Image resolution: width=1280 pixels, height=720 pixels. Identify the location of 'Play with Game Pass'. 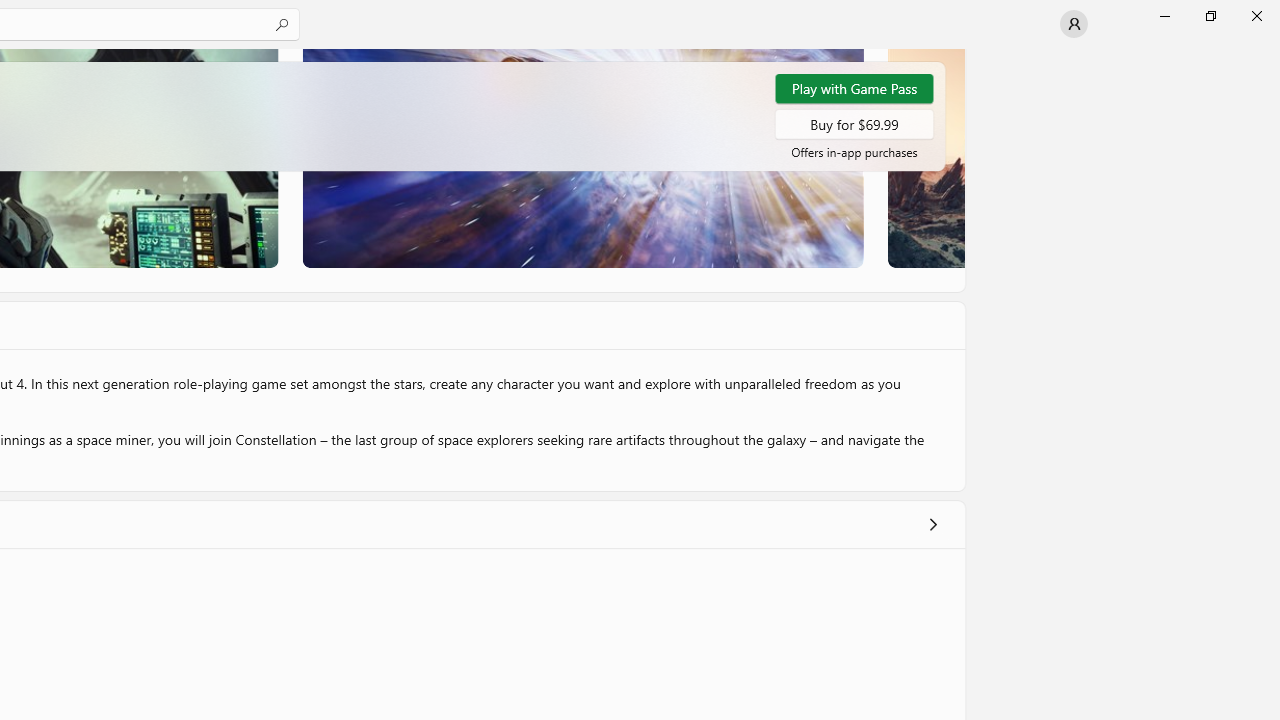
(854, 87).